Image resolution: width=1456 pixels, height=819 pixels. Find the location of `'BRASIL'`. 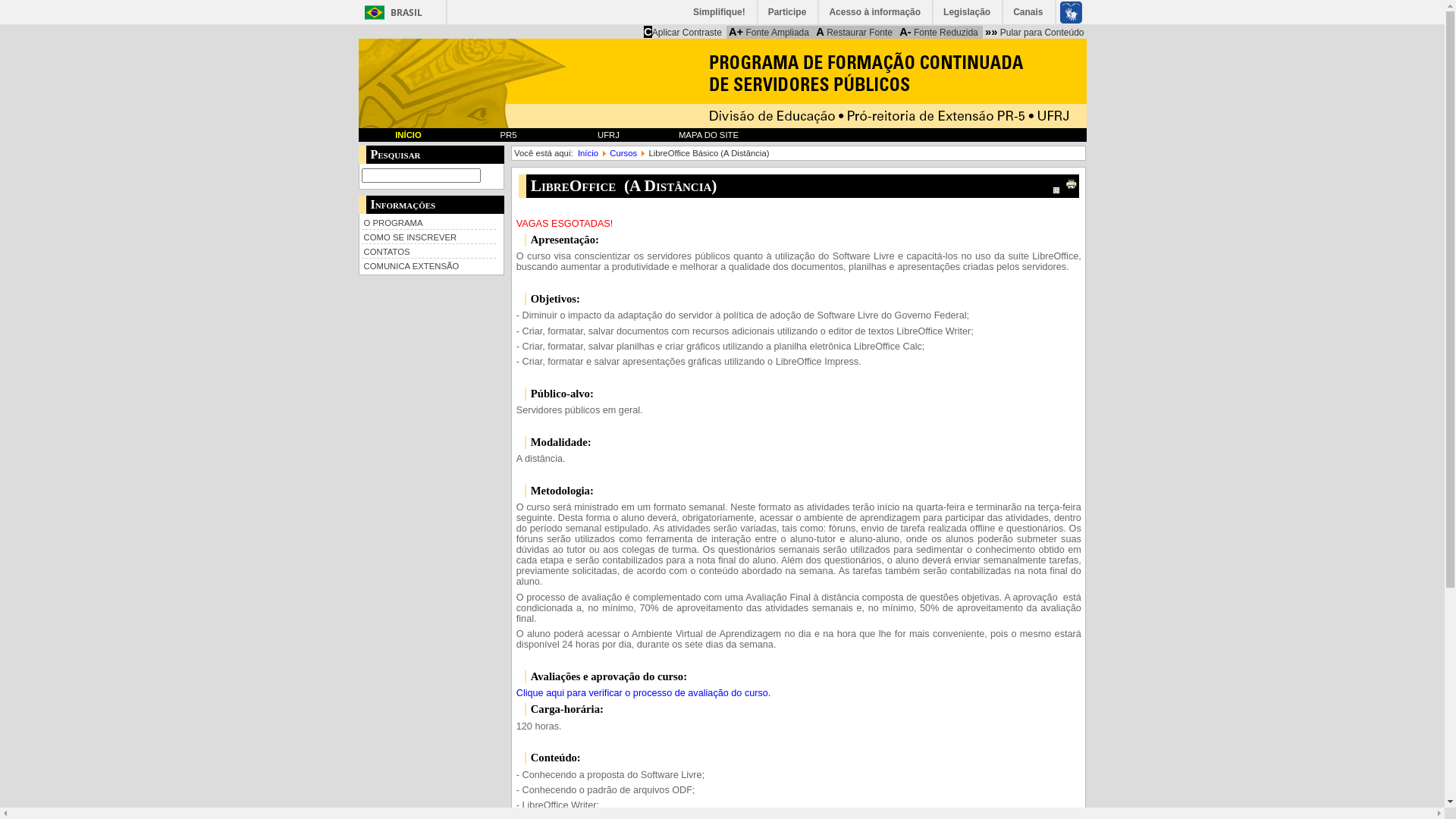

'BRASIL' is located at coordinates (390, 12).